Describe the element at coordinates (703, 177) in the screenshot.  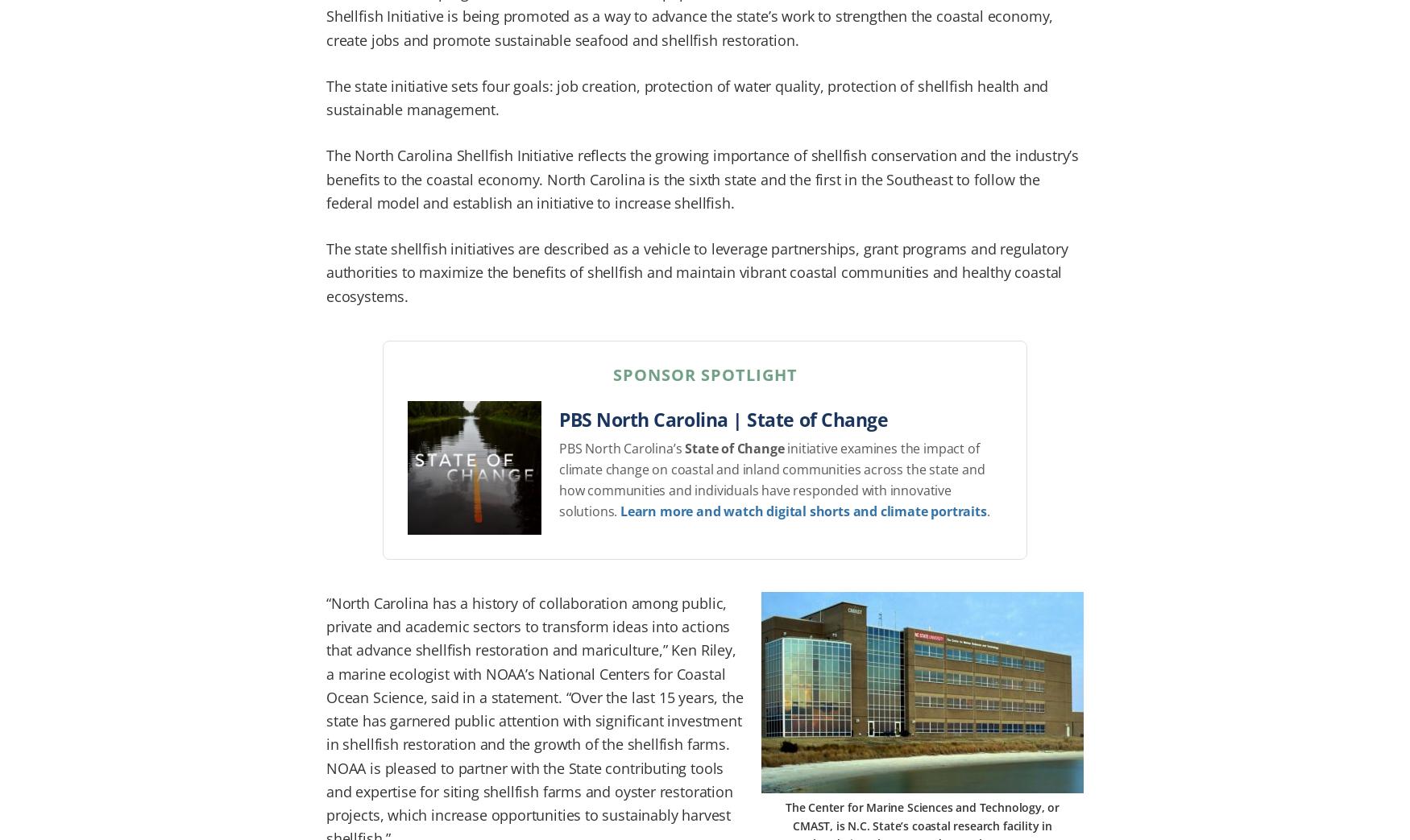
I see `'The North Carolina Shellfish Initiative reflects the growing importance of shellfish conservation and the industry’s benefits to the coastal economy. North Carolina is the sixth state and the first in the Southeast to follow the federal model and establish an initiative to increase shellfish.'` at that location.